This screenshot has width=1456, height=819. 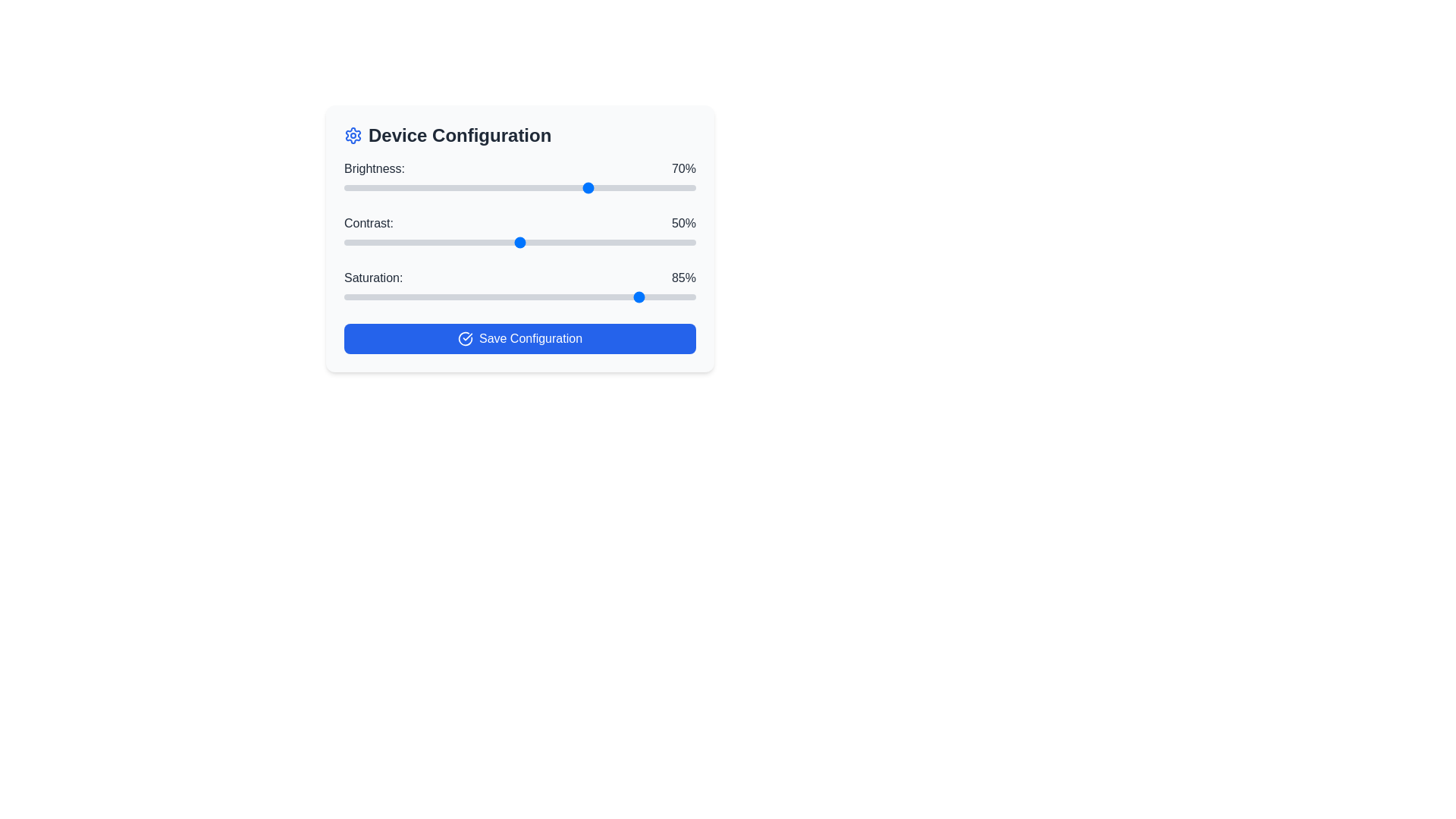 What do you see at coordinates (445, 187) in the screenshot?
I see `brightness` at bounding box center [445, 187].